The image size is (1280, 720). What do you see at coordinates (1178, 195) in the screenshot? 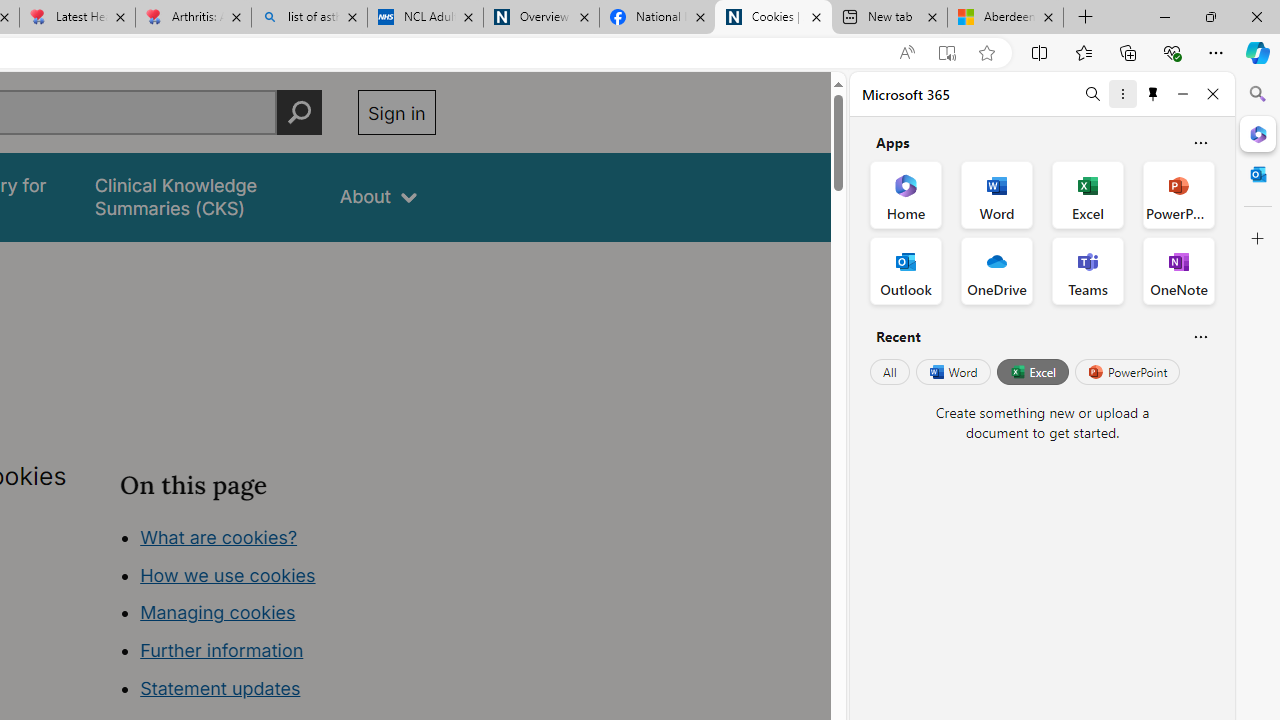
I see `'PowerPoint Office App'` at bounding box center [1178, 195].